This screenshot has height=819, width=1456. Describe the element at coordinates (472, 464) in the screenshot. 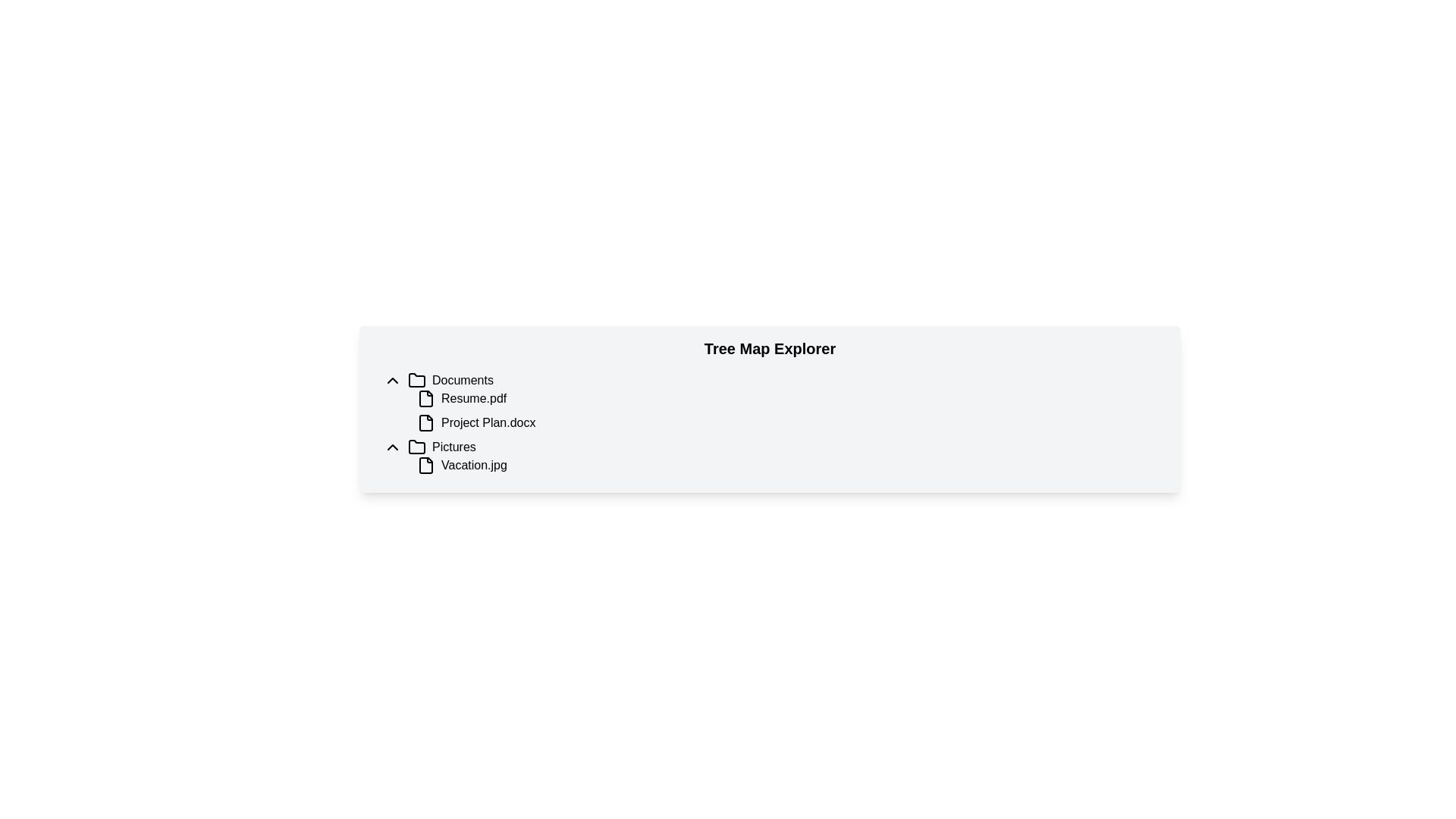

I see `the text label 'Vacation.jpg' in the file explorer interface` at that location.